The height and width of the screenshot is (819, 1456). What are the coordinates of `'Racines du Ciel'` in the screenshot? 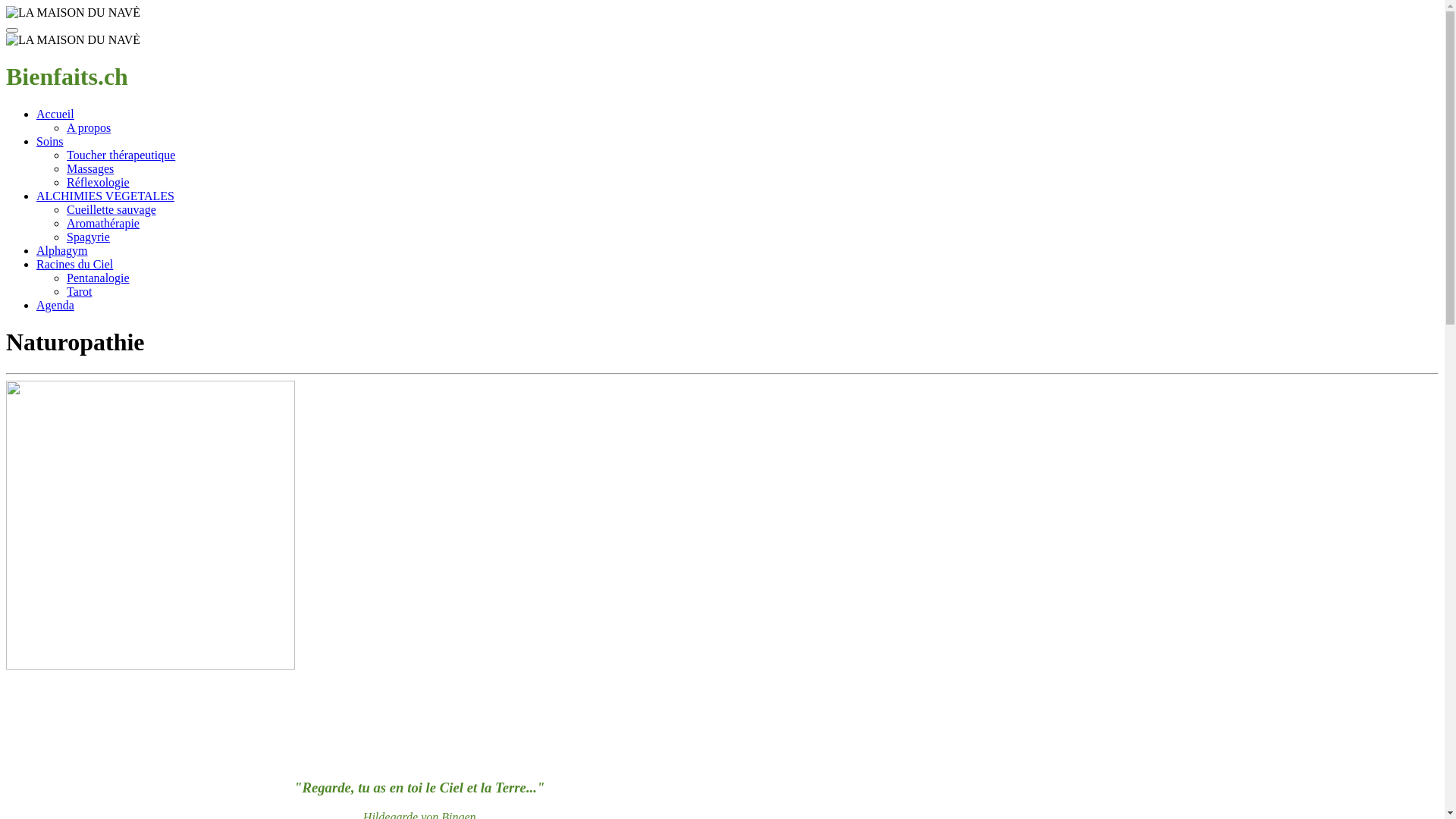 It's located at (74, 263).